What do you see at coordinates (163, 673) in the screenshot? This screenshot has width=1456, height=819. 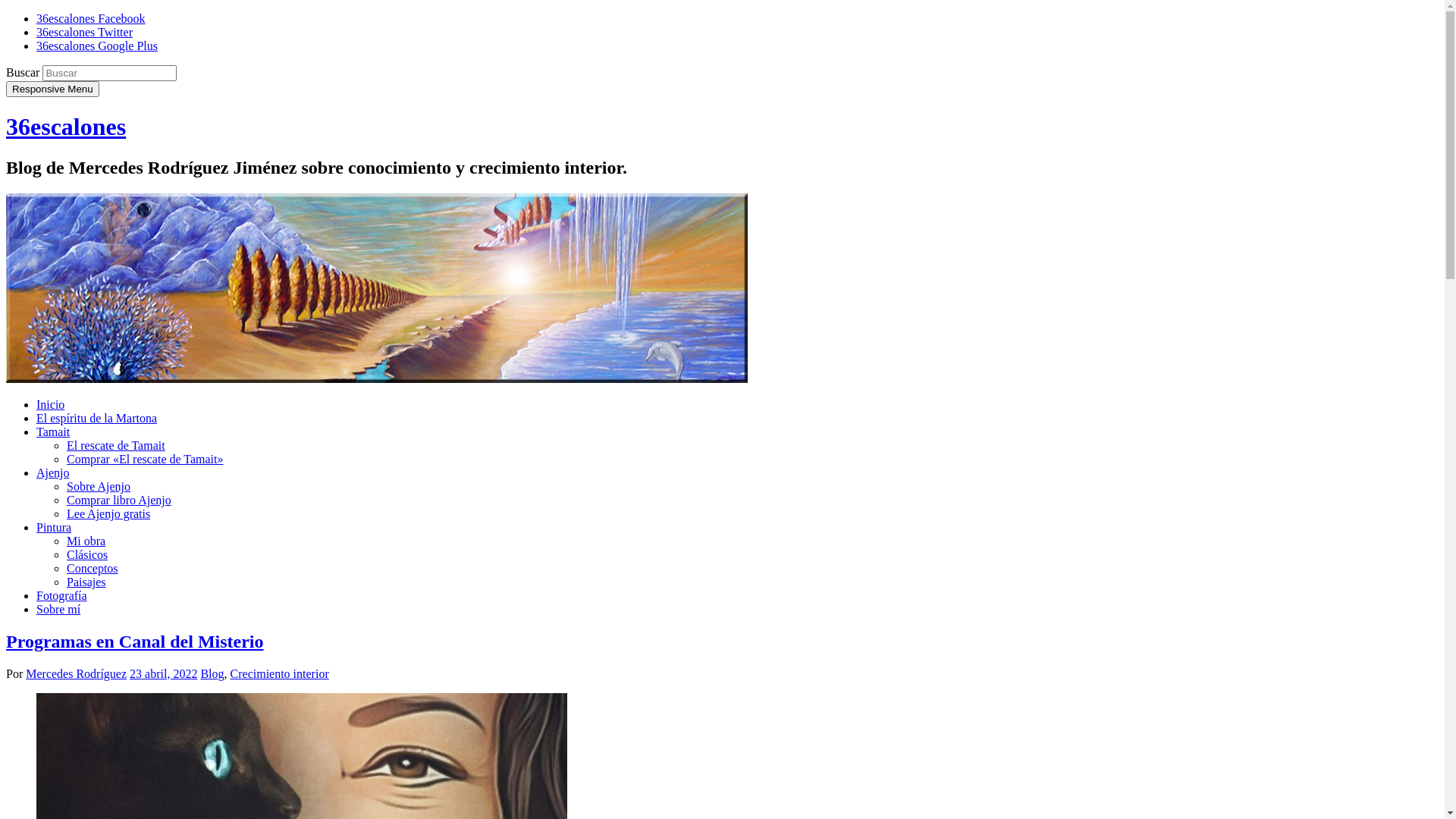 I see `'23 abril, 2022'` at bounding box center [163, 673].